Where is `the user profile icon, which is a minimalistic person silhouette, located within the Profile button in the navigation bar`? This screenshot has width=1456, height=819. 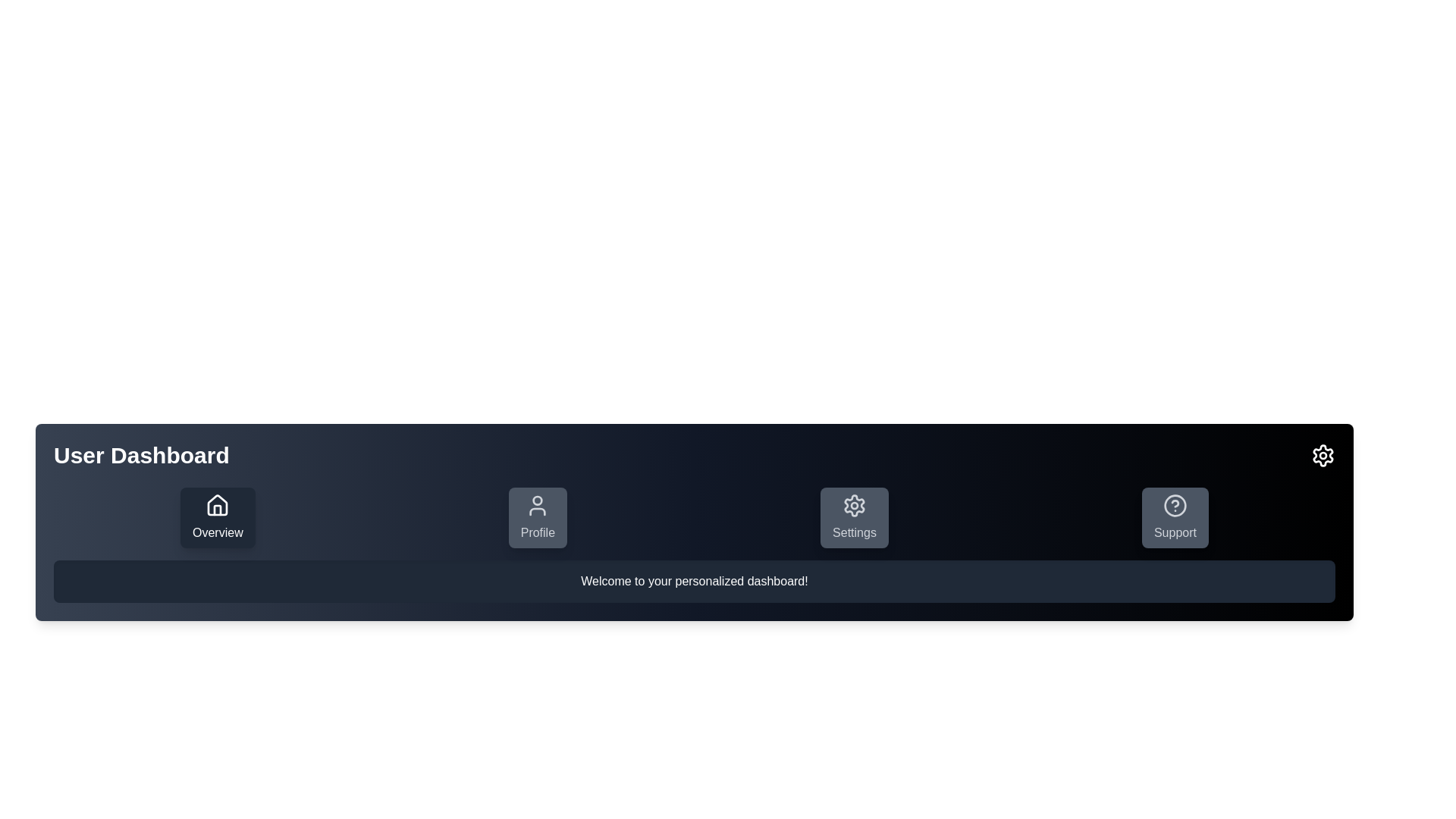
the user profile icon, which is a minimalistic person silhouette, located within the Profile button in the navigation bar is located at coordinates (538, 506).